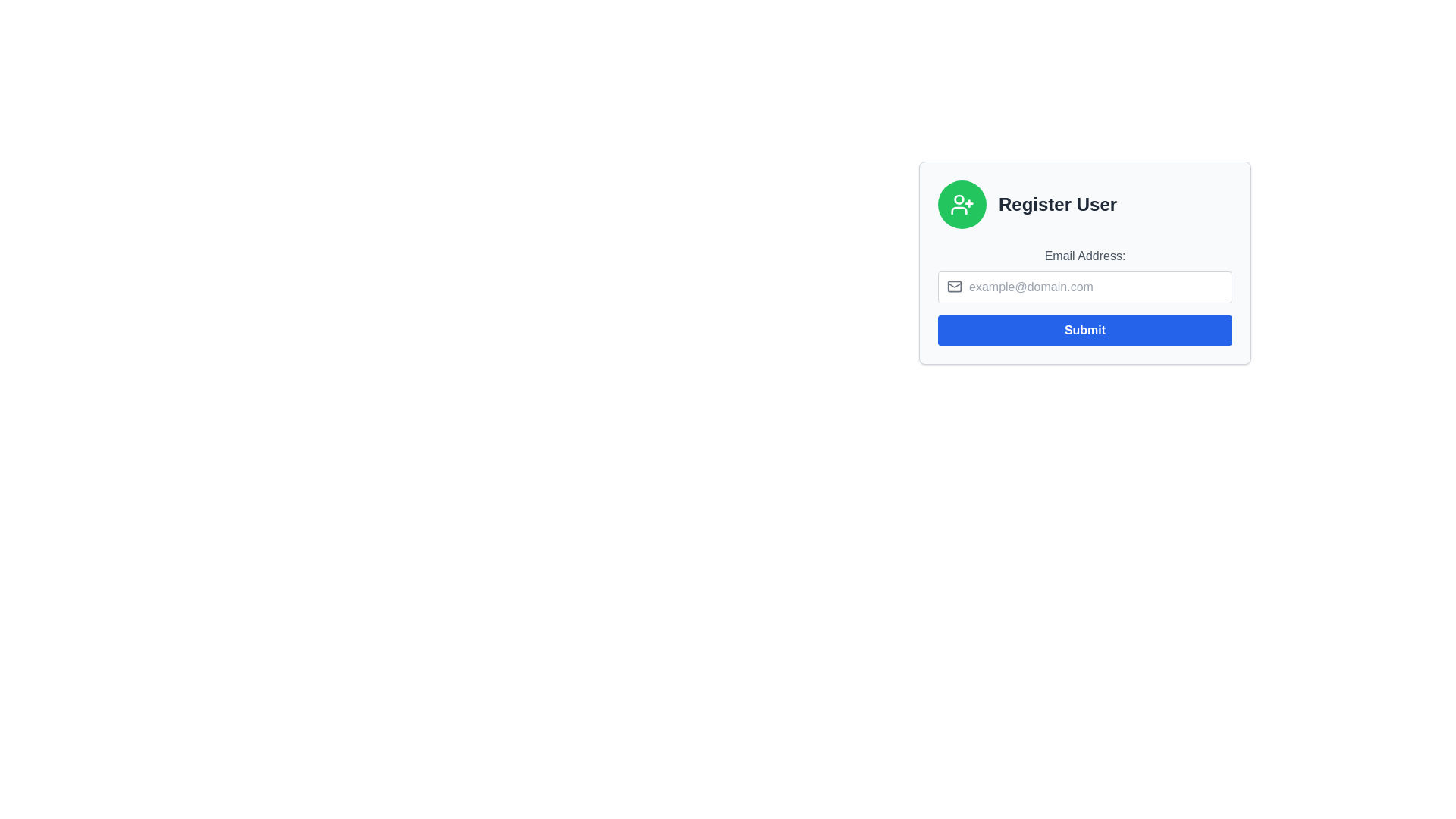  Describe the element at coordinates (953, 287) in the screenshot. I see `the envelope icon representing an email symbol, which is styled in gray and positioned to the left of the 'Email Address' input field` at that location.